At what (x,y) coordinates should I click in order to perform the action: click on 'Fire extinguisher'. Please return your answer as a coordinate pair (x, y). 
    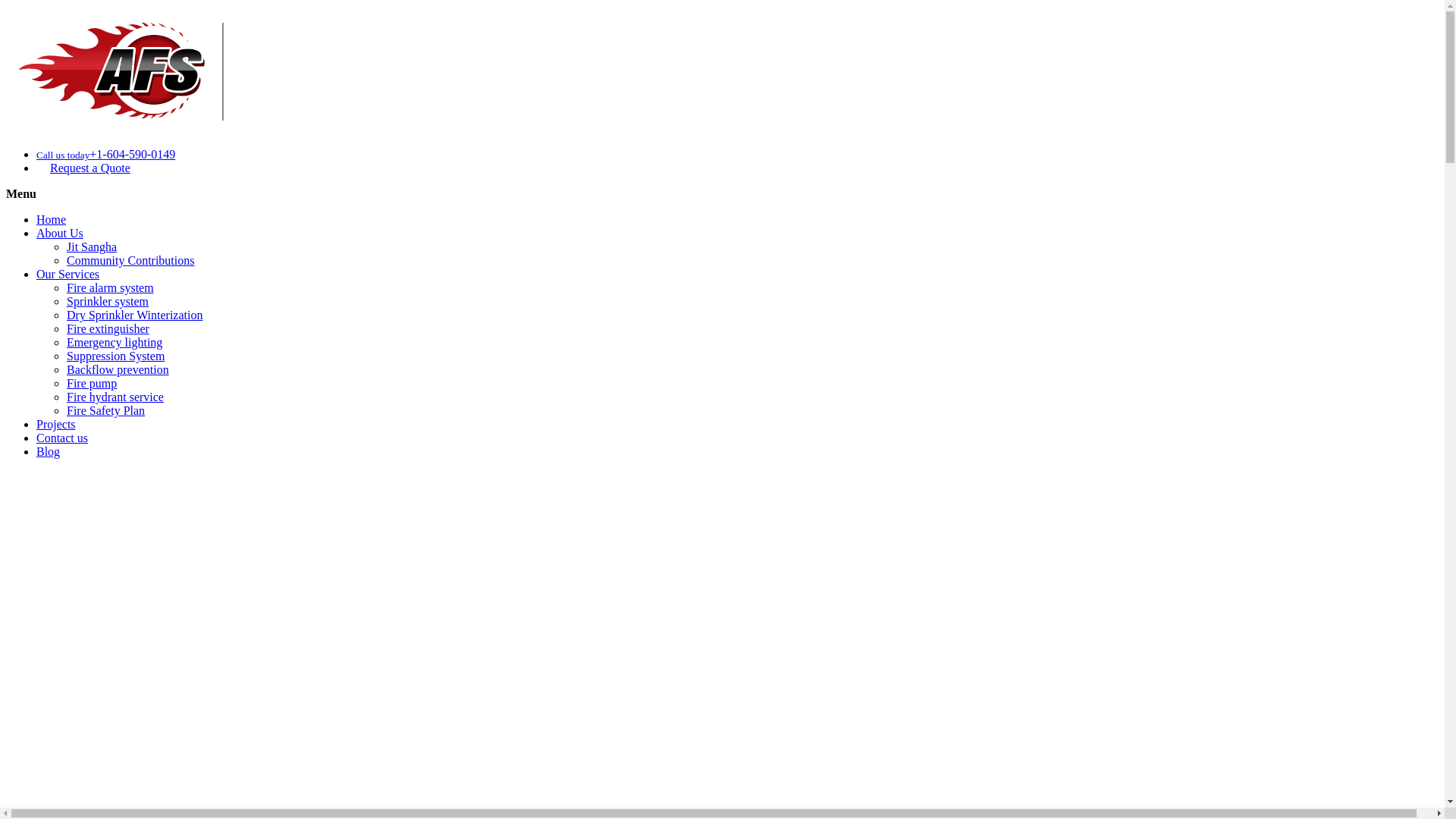
    Looking at the image, I should click on (65, 328).